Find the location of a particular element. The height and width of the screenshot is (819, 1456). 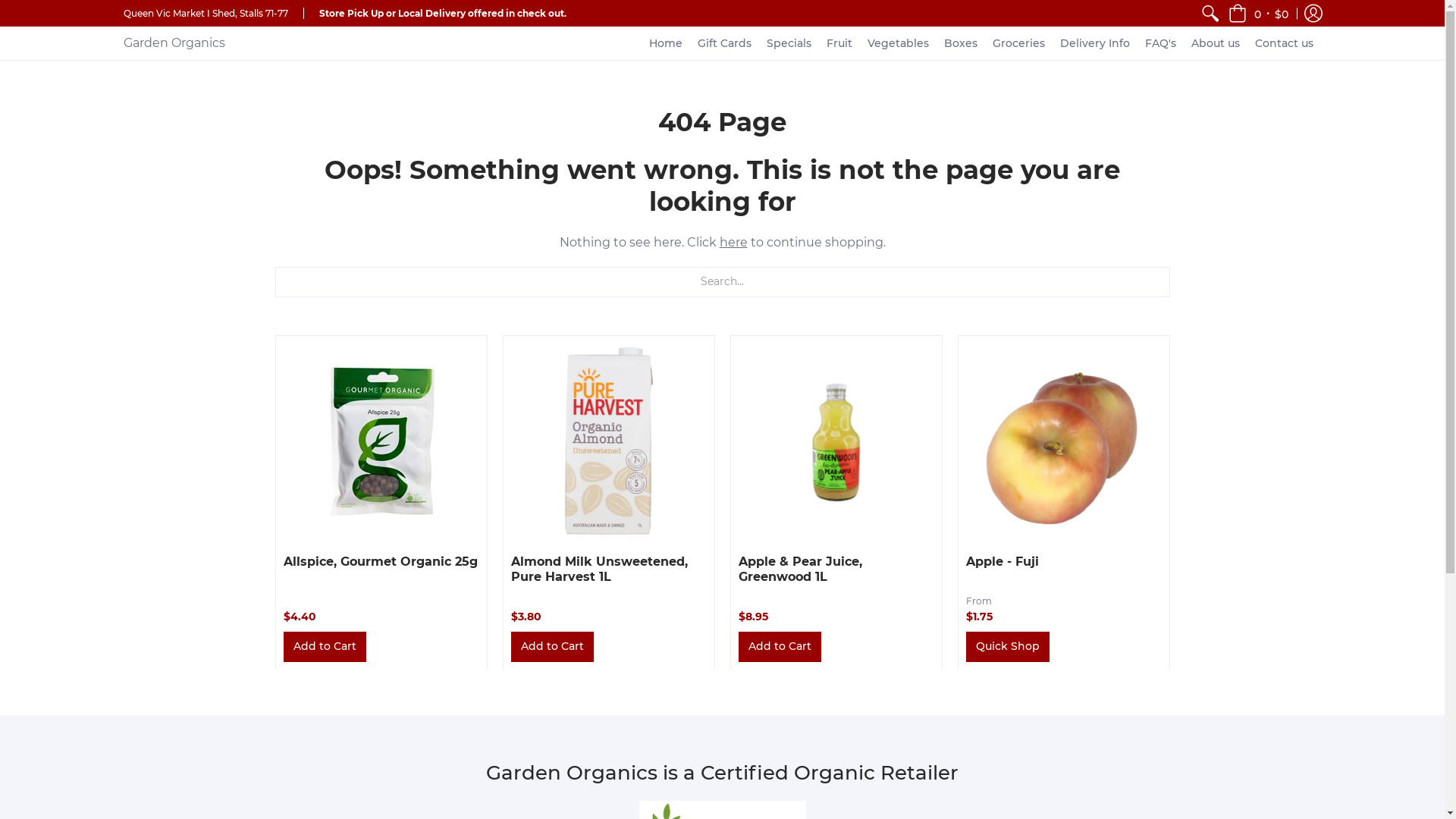

'Specials' is located at coordinates (759, 42).